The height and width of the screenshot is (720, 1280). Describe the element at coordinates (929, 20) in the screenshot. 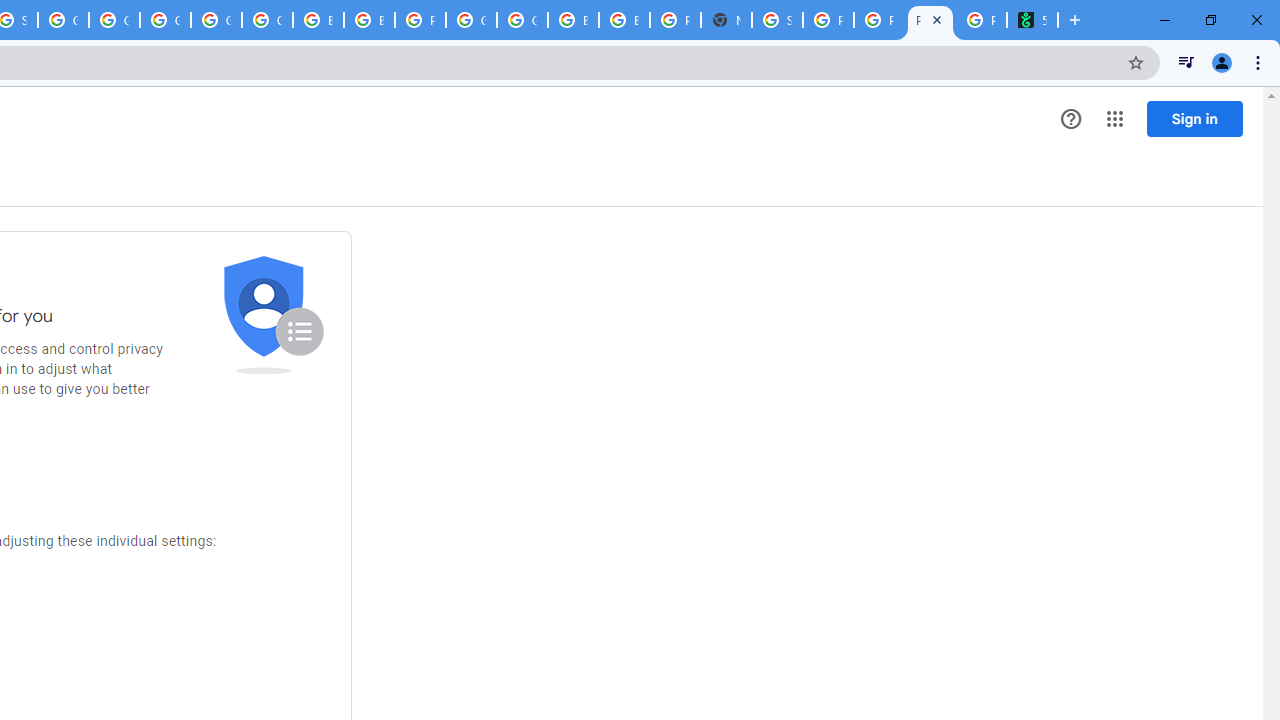

I see `'Privacy Checkup'` at that location.